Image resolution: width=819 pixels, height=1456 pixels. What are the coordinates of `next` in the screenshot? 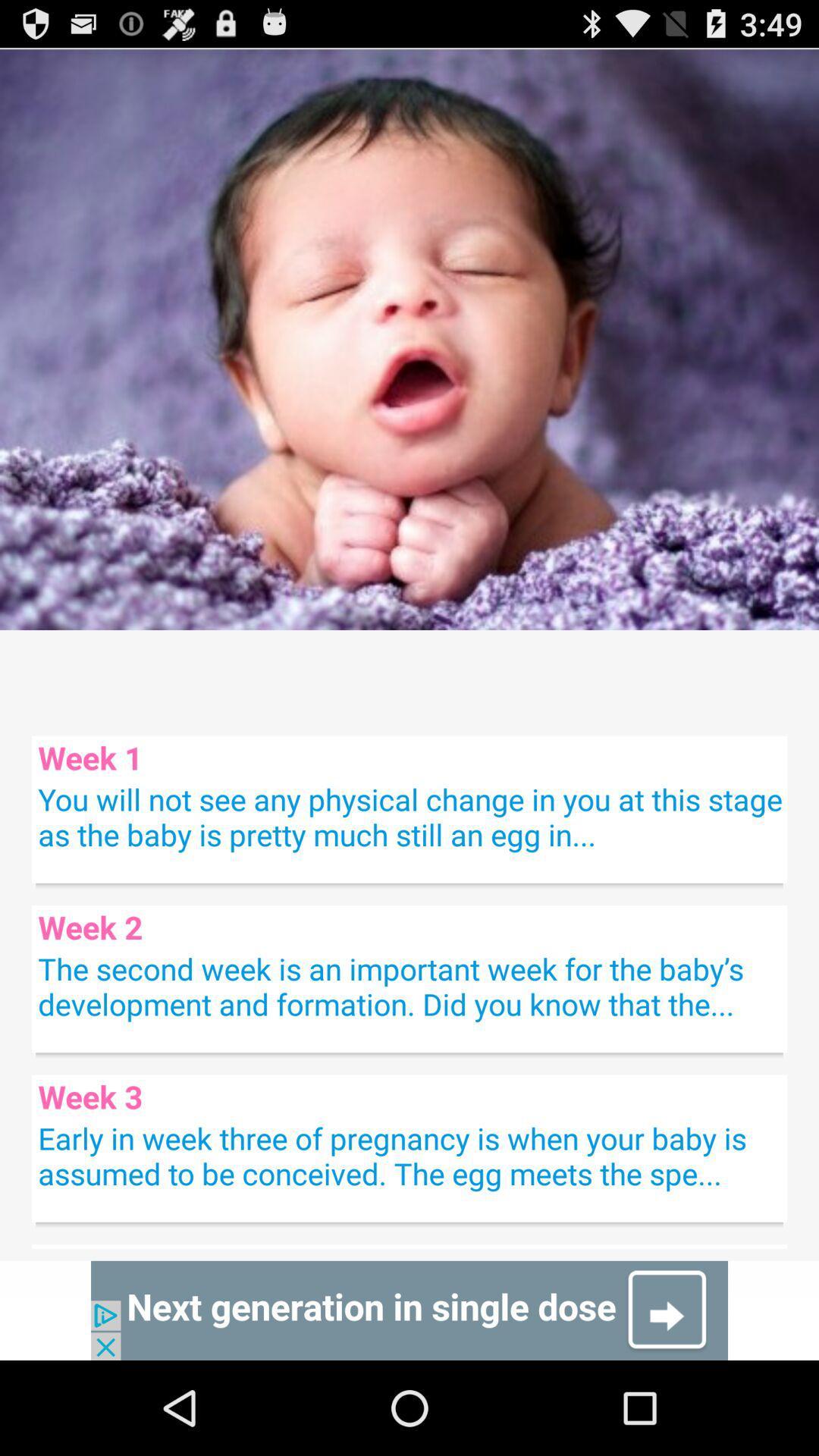 It's located at (409, 1310).